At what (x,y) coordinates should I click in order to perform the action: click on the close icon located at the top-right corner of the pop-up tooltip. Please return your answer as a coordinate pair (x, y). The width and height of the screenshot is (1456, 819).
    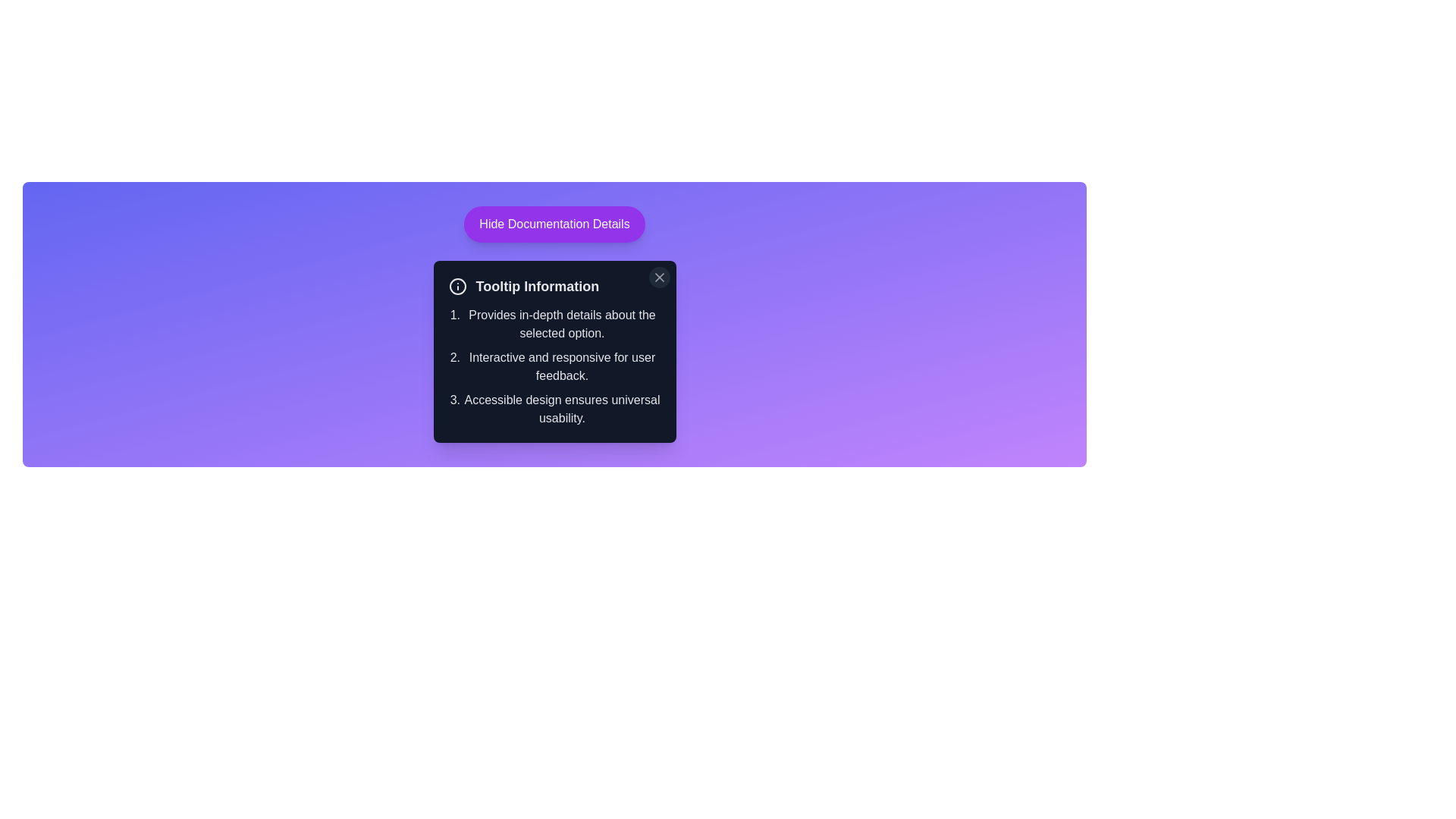
    Looking at the image, I should click on (659, 278).